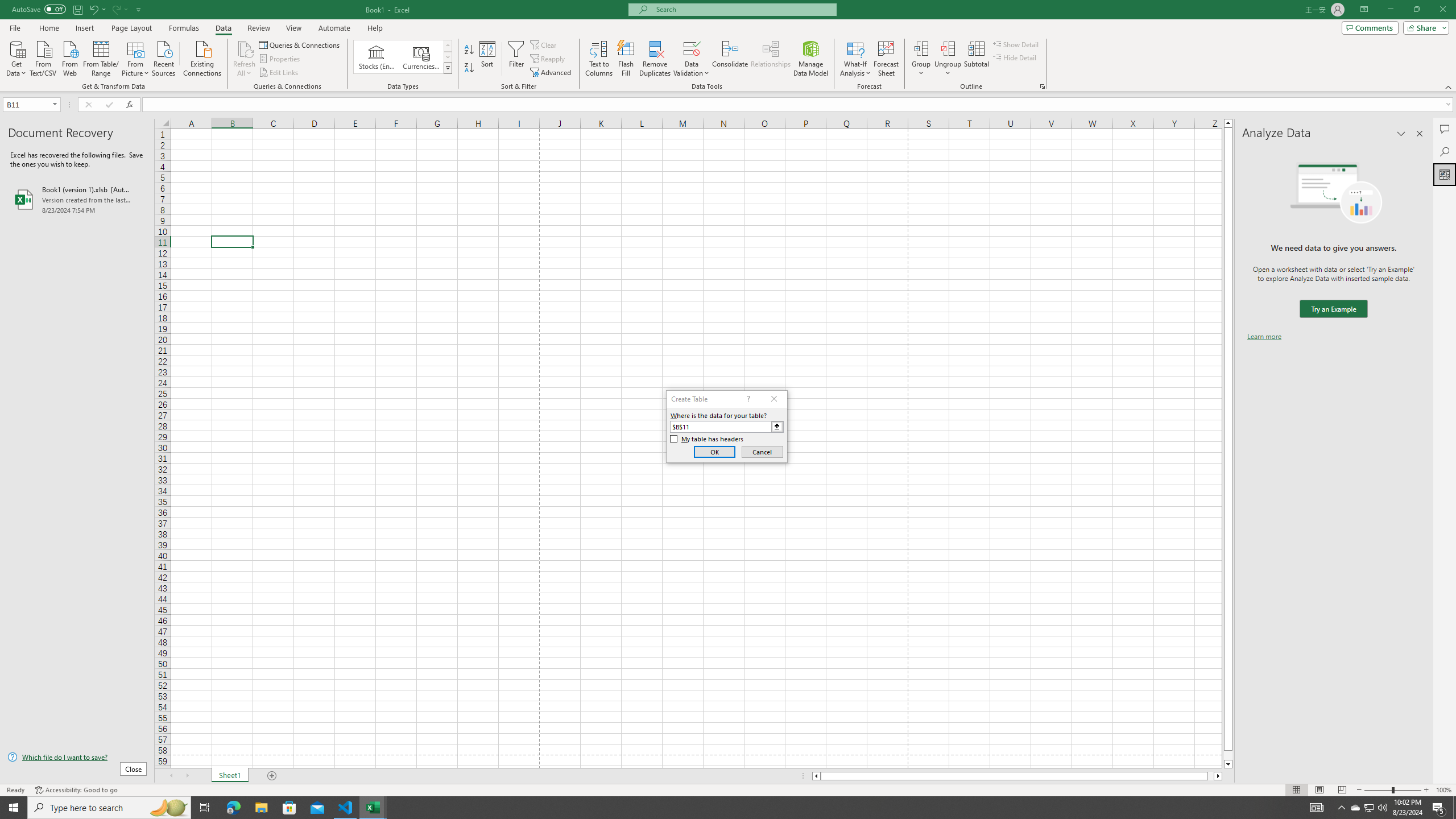 This screenshot has height=819, width=1456. What do you see at coordinates (544, 44) in the screenshot?
I see `'Clear'` at bounding box center [544, 44].